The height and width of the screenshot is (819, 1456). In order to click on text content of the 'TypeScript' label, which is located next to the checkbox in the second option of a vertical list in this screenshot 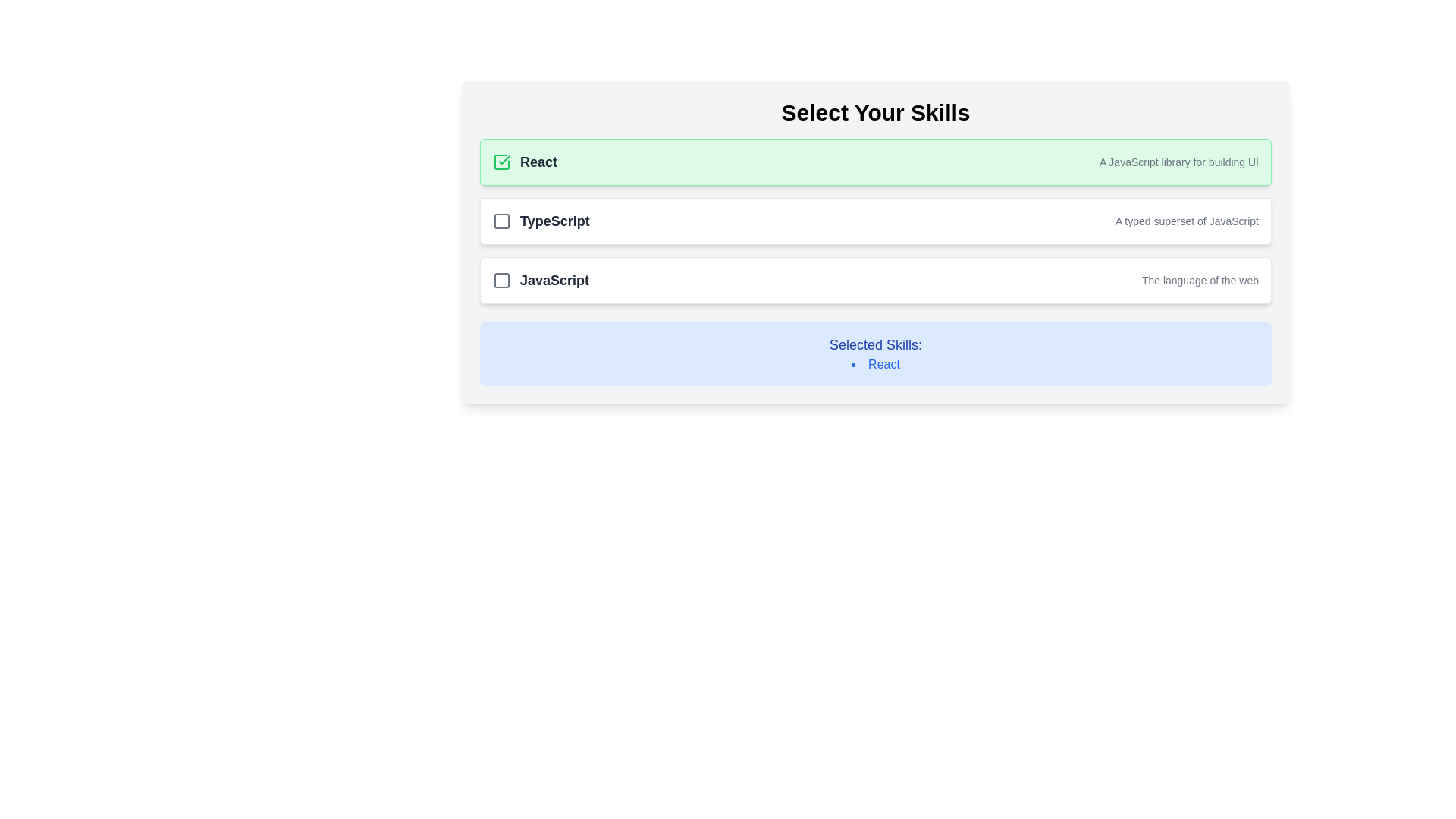, I will do `click(554, 221)`.